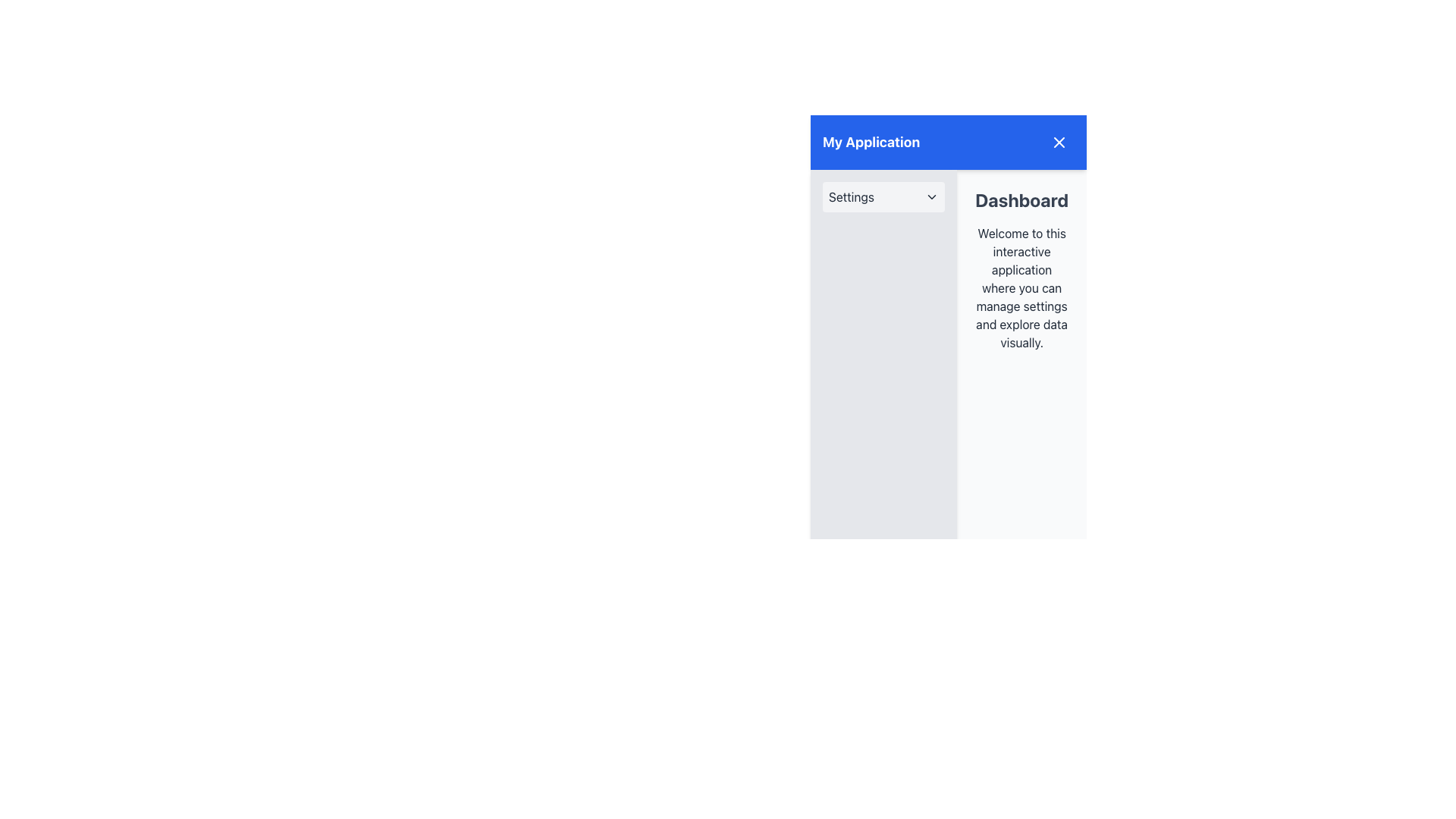 The width and height of the screenshot is (1456, 819). What do you see at coordinates (871, 143) in the screenshot?
I see `the Text label, which serves as the title of the application, located at the upper left of the header section` at bounding box center [871, 143].